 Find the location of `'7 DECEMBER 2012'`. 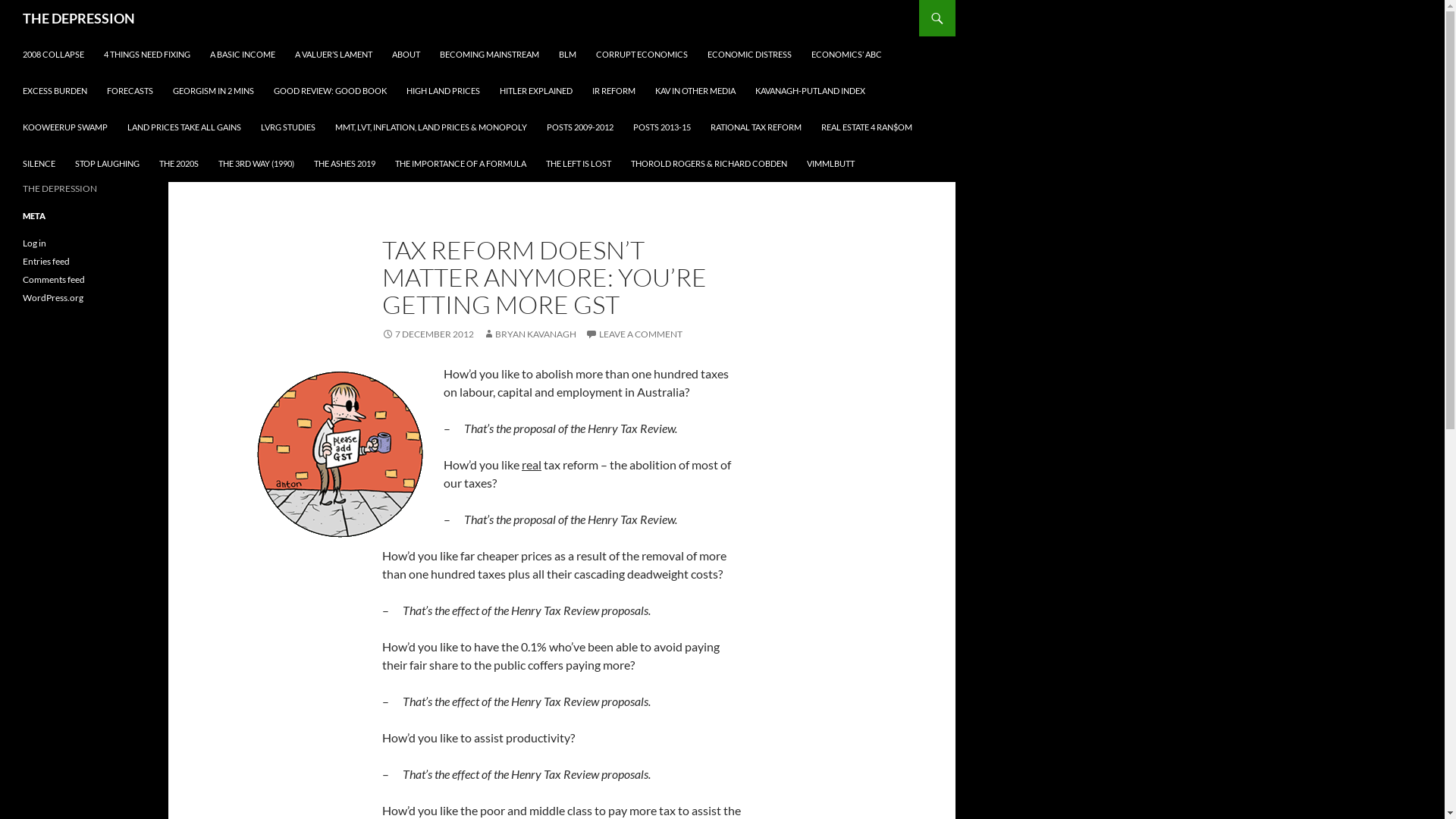

'7 DECEMBER 2012' is located at coordinates (427, 333).